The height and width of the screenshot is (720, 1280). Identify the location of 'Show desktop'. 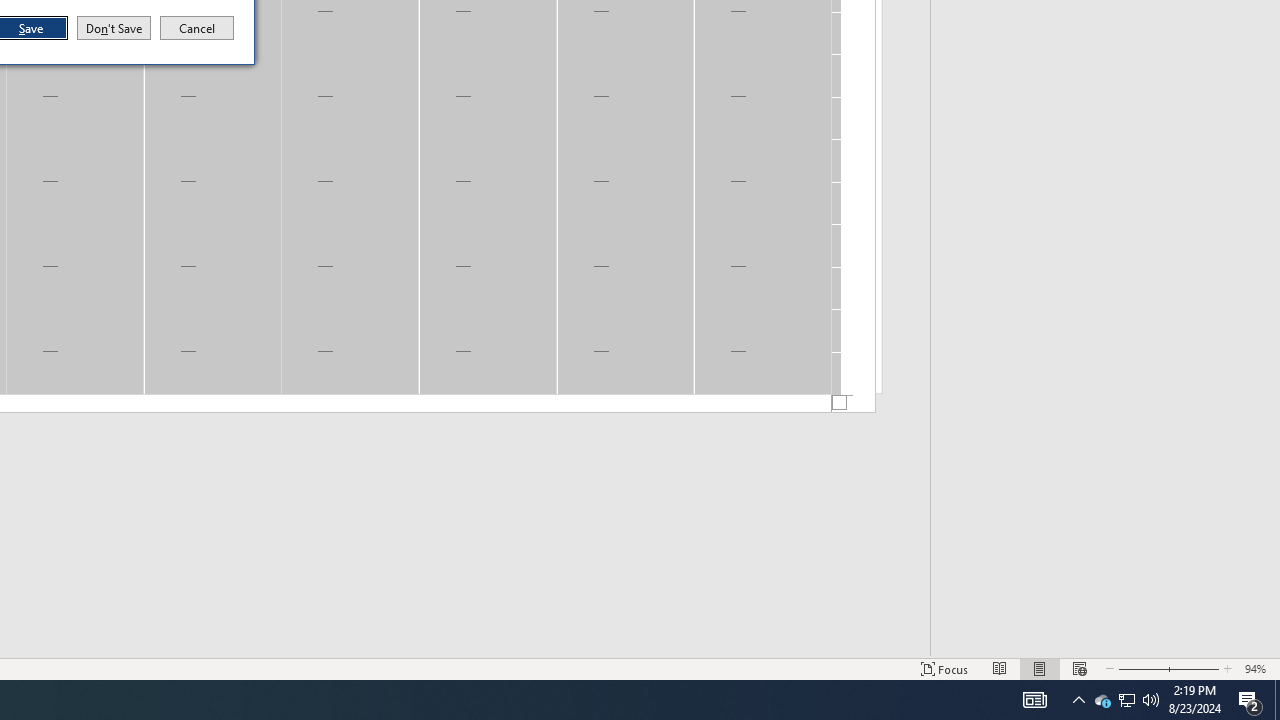
(1250, 698).